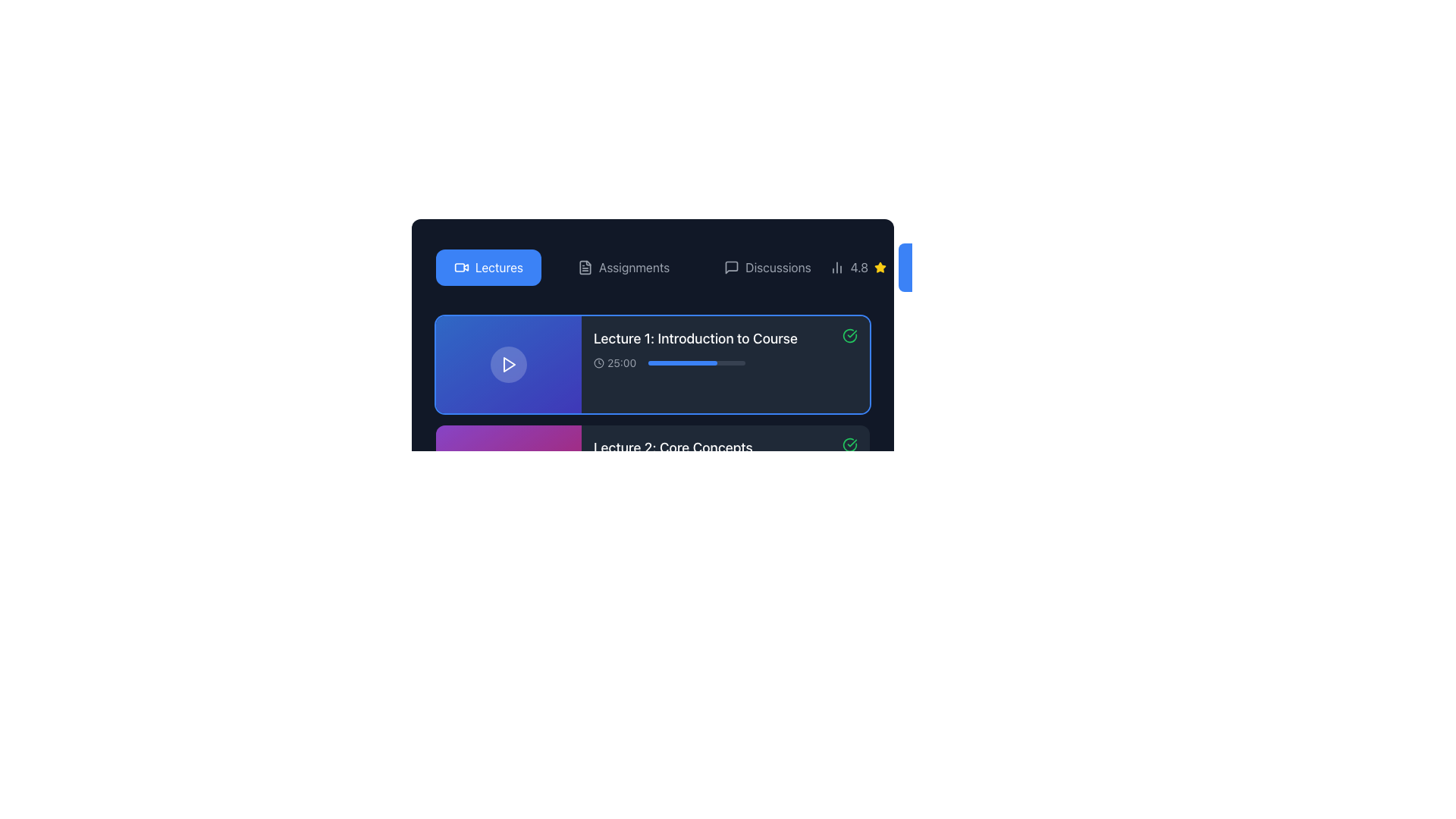 The height and width of the screenshot is (819, 1456). I want to click on the 'Assignments' button, which features a document file icon and rounded corners, to observe the styling changes, so click(623, 267).